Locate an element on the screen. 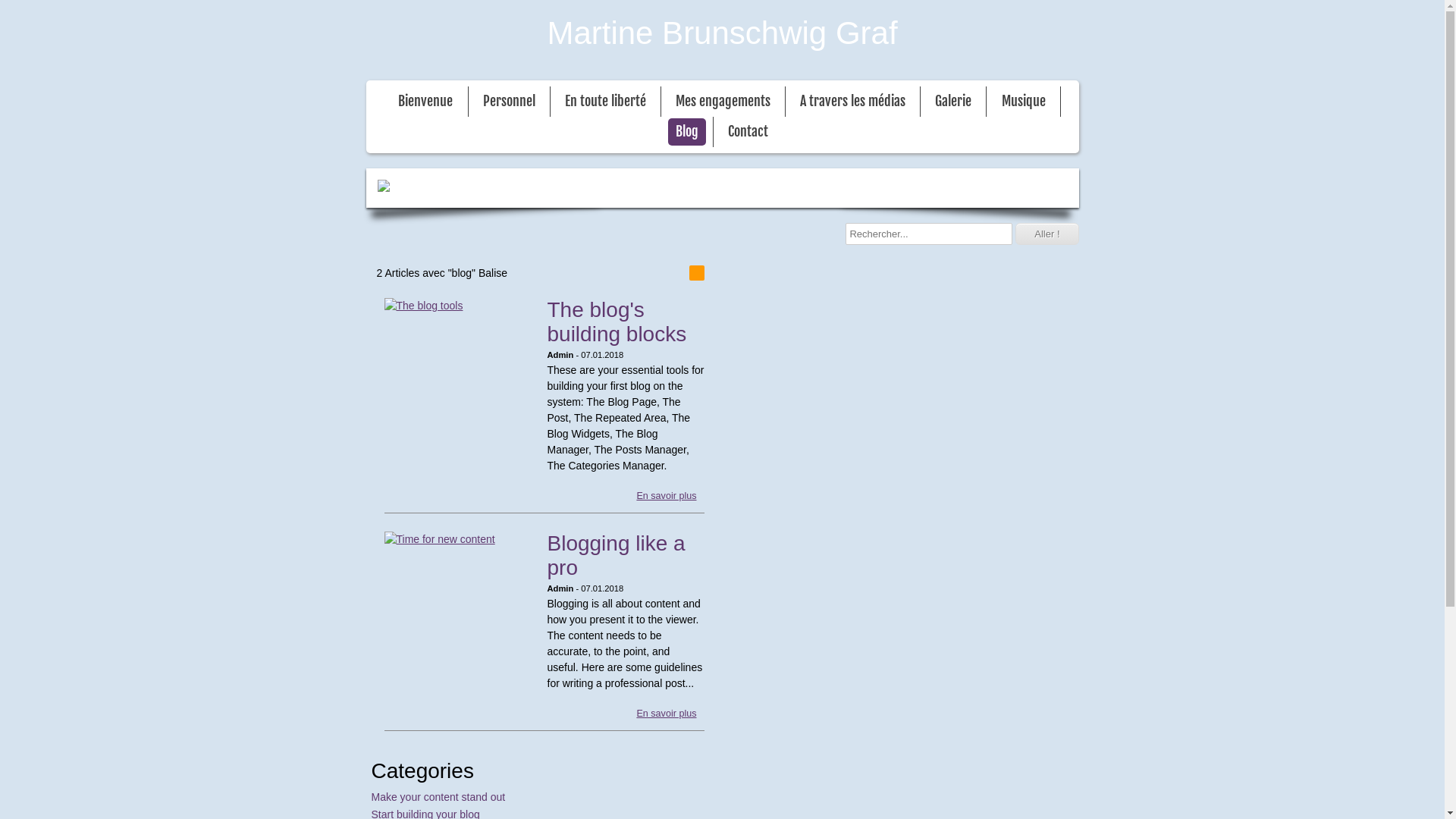 The image size is (1456, 819). 'Bienvenue' is located at coordinates (425, 102).